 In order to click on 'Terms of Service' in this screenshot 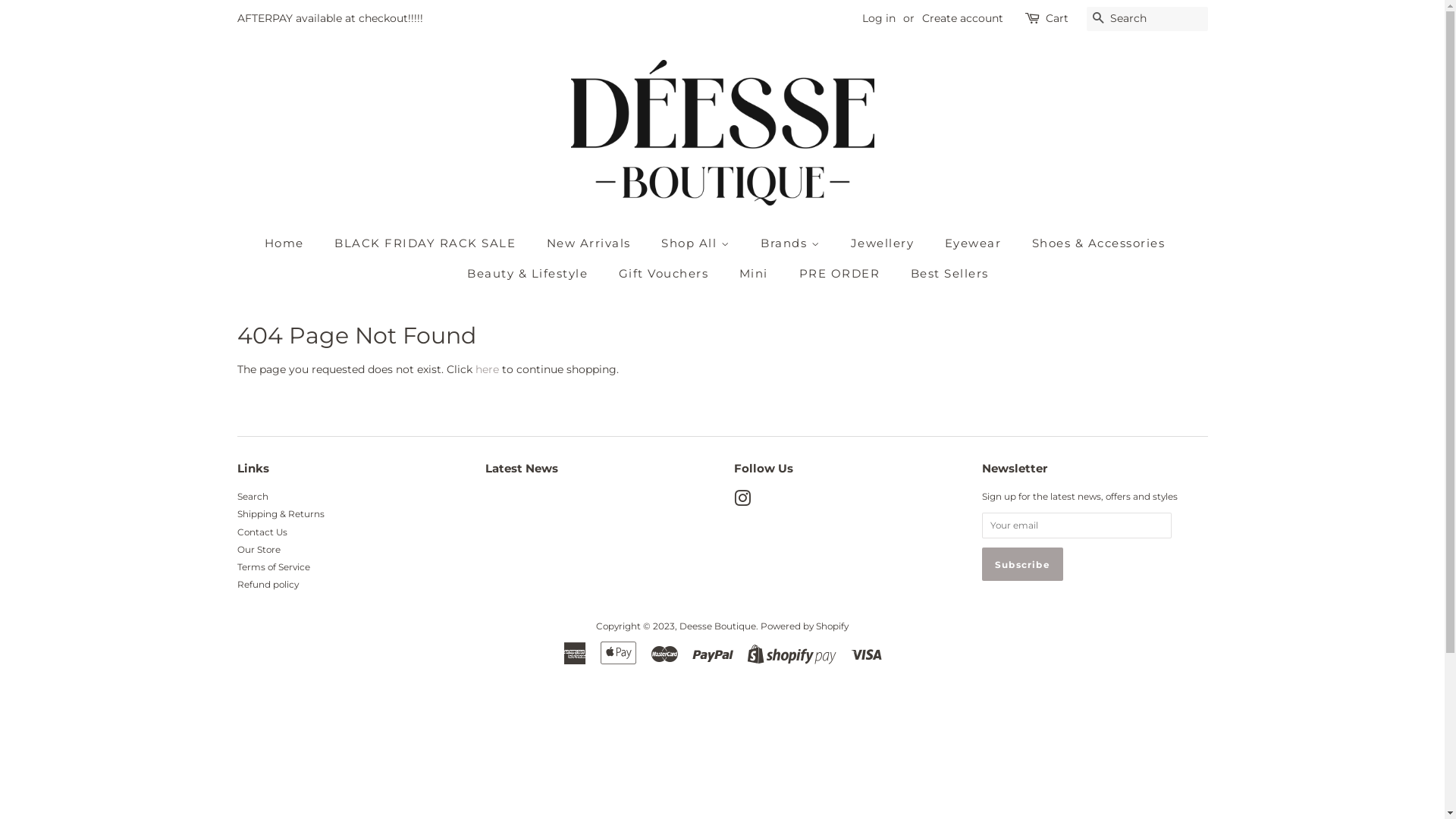, I will do `click(236, 566)`.